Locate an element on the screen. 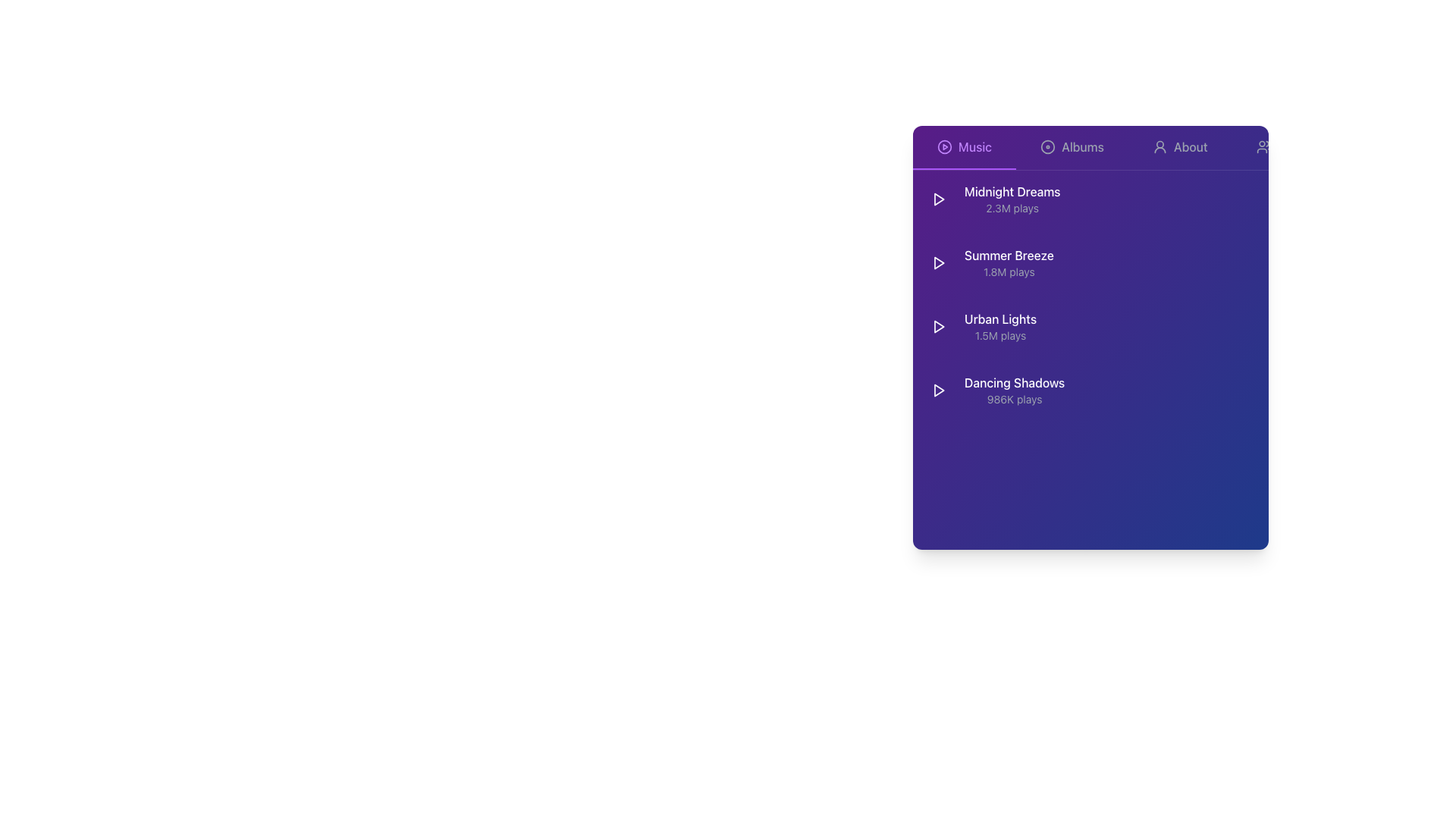 The width and height of the screenshot is (1456, 819). the 'Albums' navigation label is located at coordinates (1082, 146).